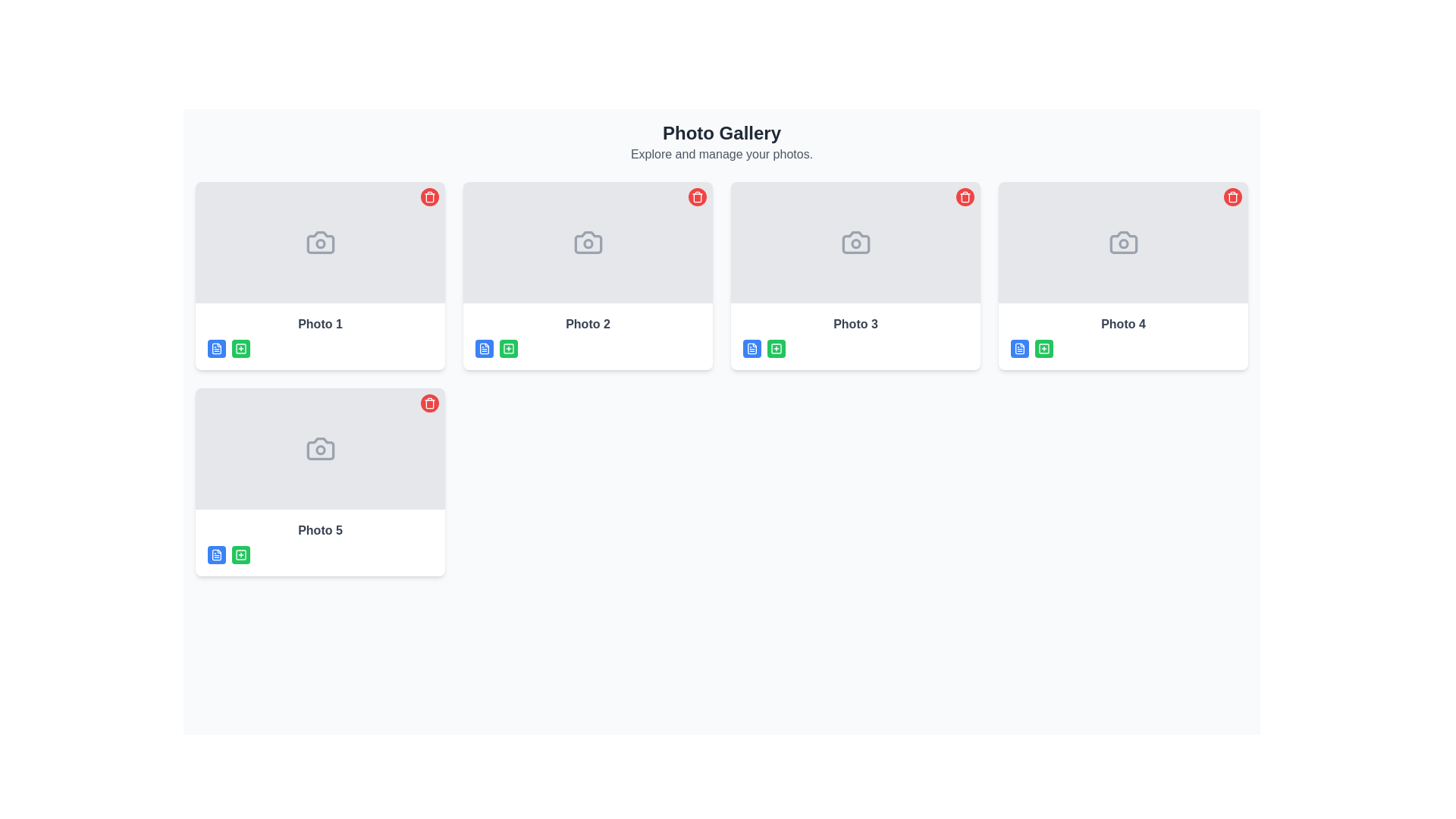 The image size is (1456, 819). What do you see at coordinates (319, 542) in the screenshot?
I see `the green icon located on the fifth card in the photo gallery` at bounding box center [319, 542].